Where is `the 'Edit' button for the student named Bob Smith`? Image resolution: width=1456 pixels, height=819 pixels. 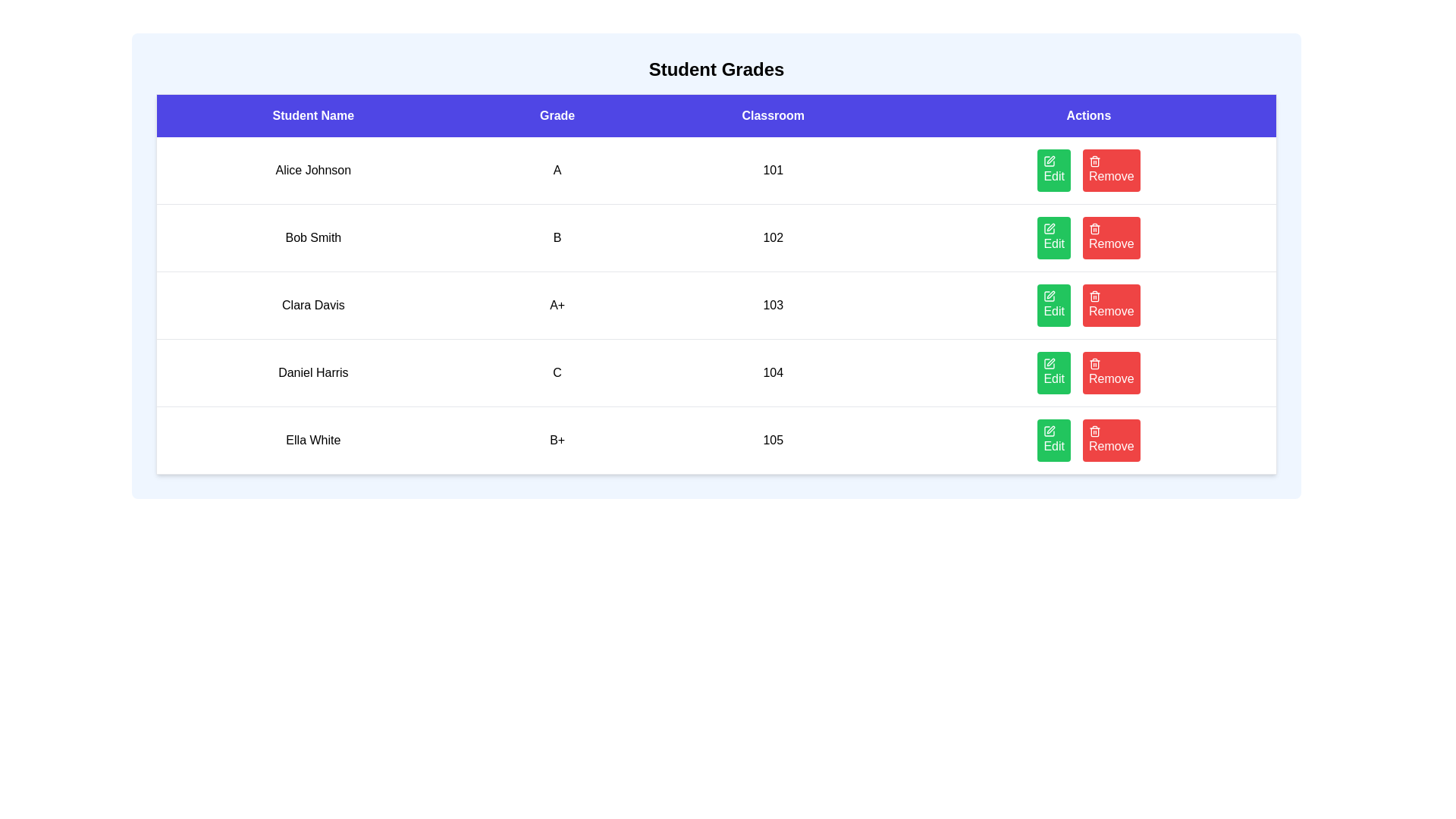
the 'Edit' button for the student named Bob Smith is located at coordinates (1053, 237).